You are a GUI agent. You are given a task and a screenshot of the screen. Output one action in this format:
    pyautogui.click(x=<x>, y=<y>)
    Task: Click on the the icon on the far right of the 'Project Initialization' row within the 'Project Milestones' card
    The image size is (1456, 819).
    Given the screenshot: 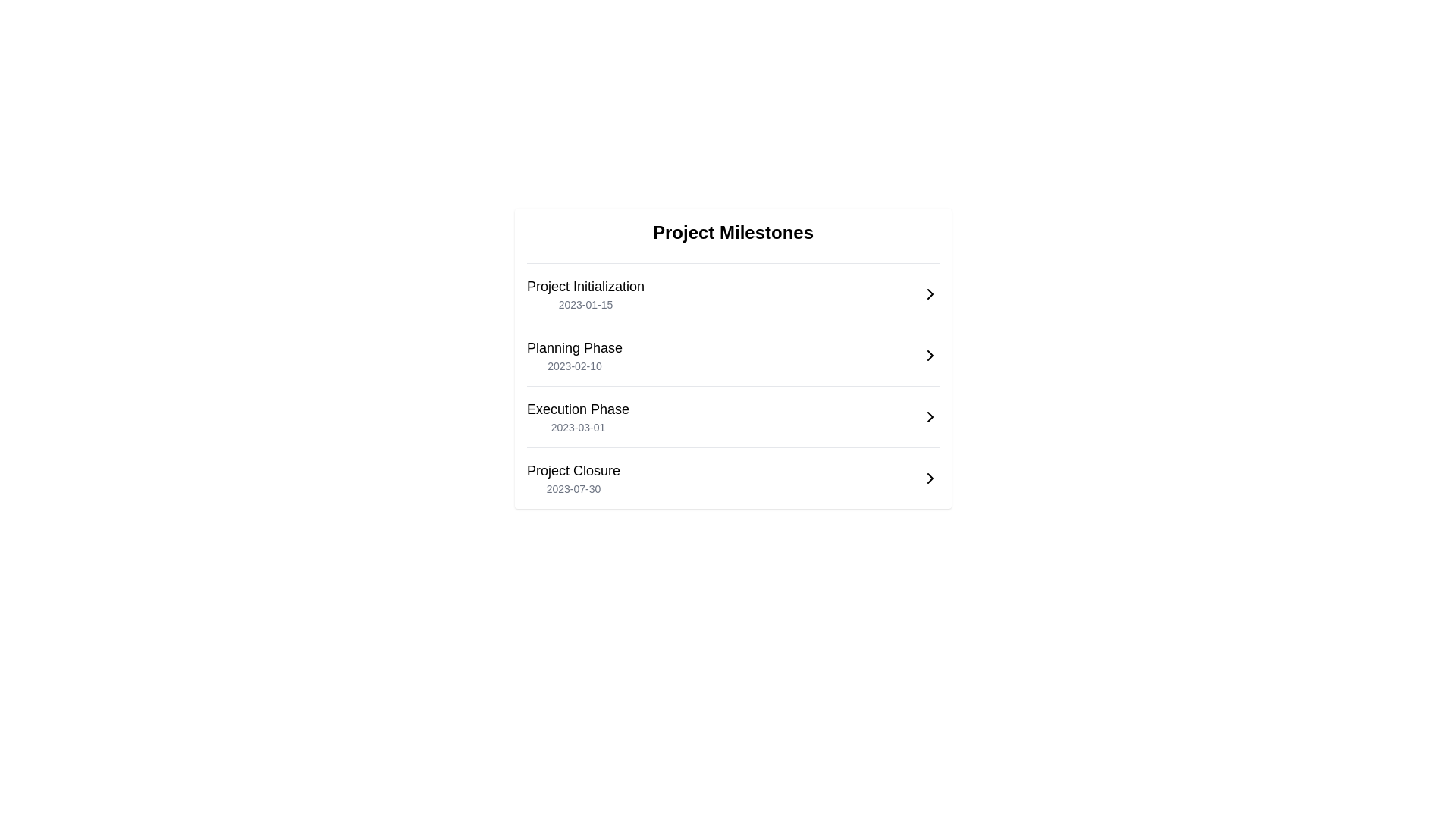 What is the action you would take?
    pyautogui.click(x=930, y=294)
    